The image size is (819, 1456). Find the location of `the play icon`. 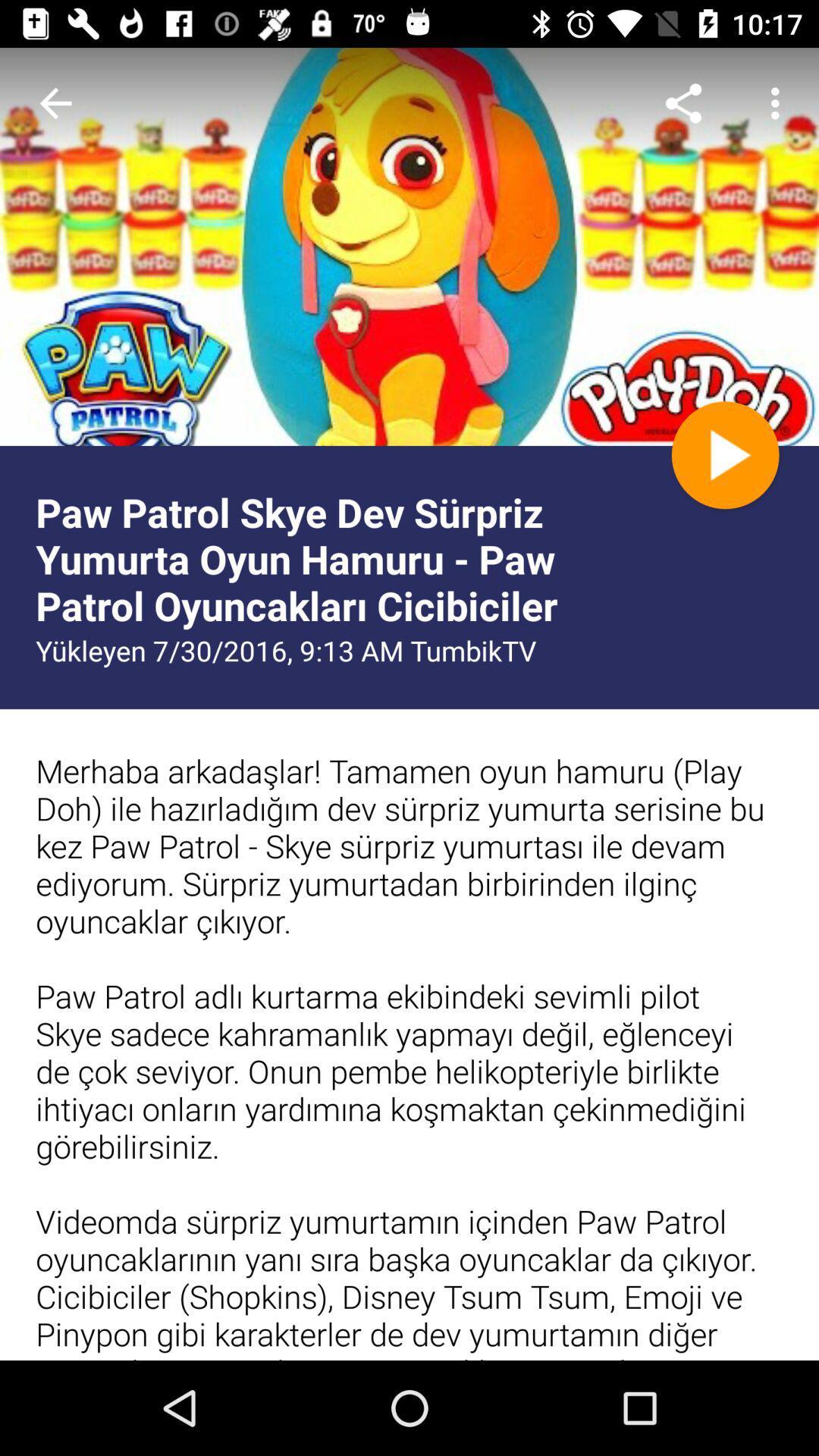

the play icon is located at coordinates (724, 454).